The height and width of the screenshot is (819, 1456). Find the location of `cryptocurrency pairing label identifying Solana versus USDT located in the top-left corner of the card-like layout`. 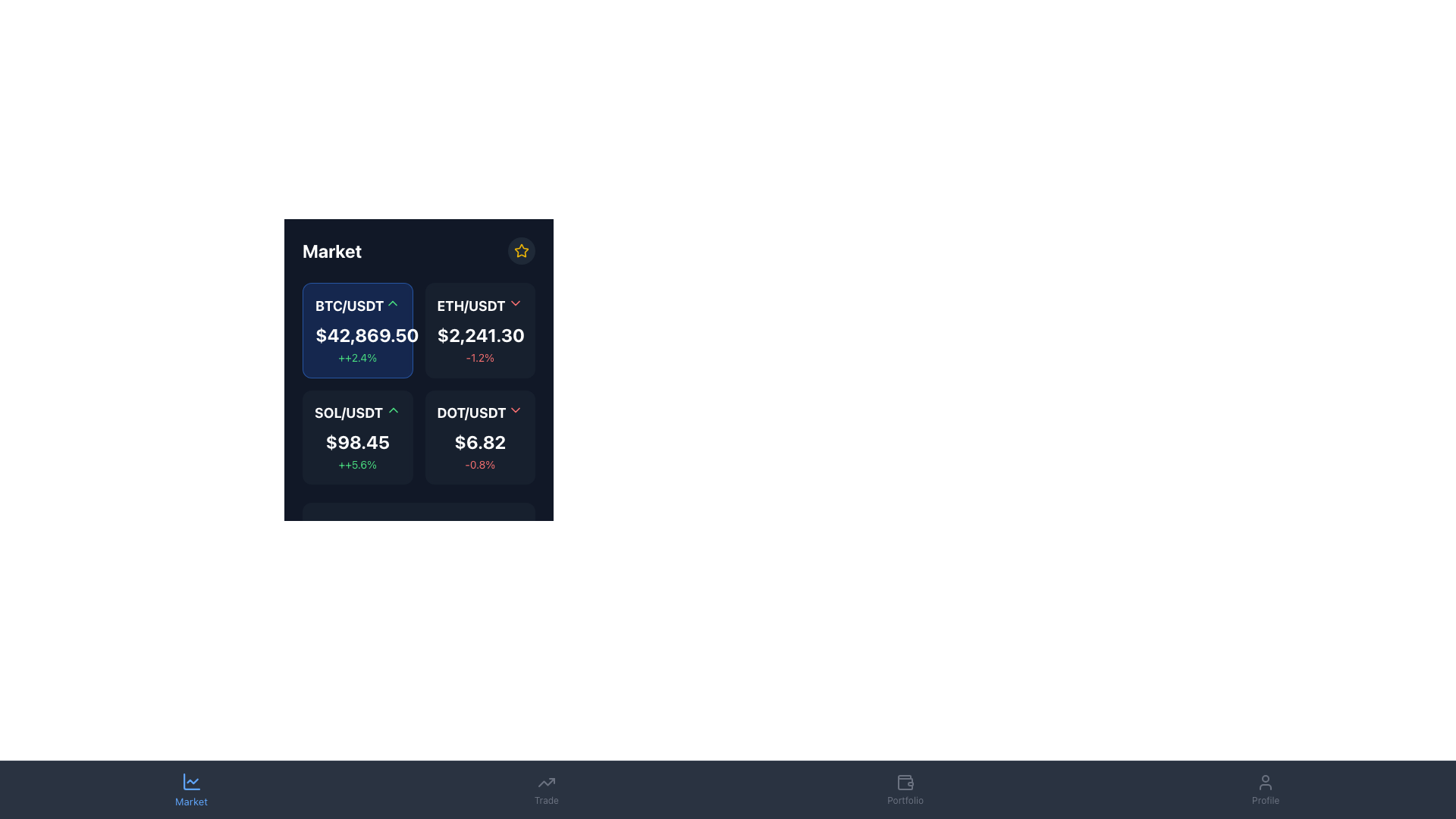

cryptocurrency pairing label identifying Solana versus USDT located in the top-left corner of the card-like layout is located at coordinates (348, 413).